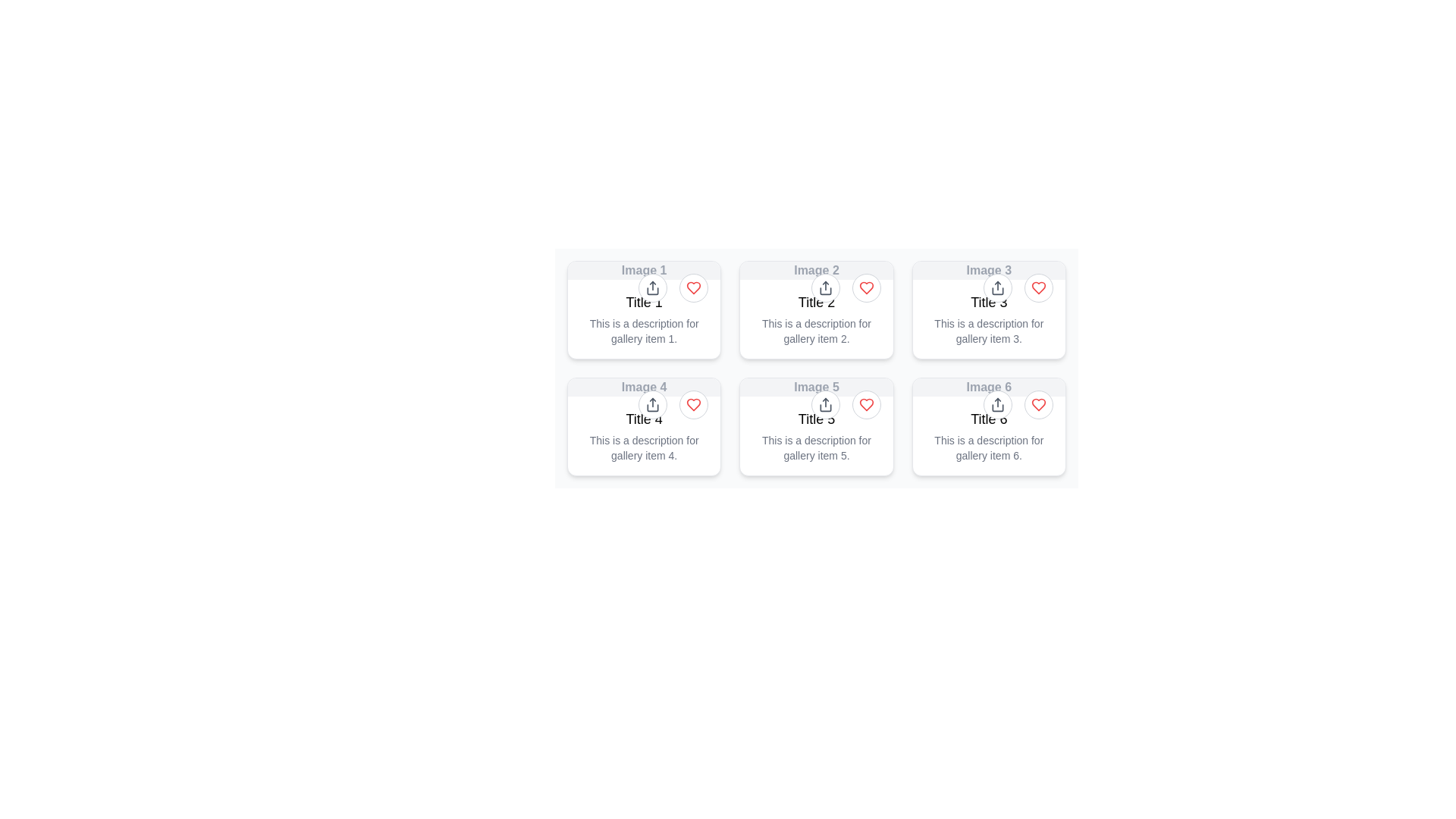 The width and height of the screenshot is (1456, 819). I want to click on the circular button with a white background and red heart icon in the top-right corner of the 'Image 1' gallery item, so click(693, 288).